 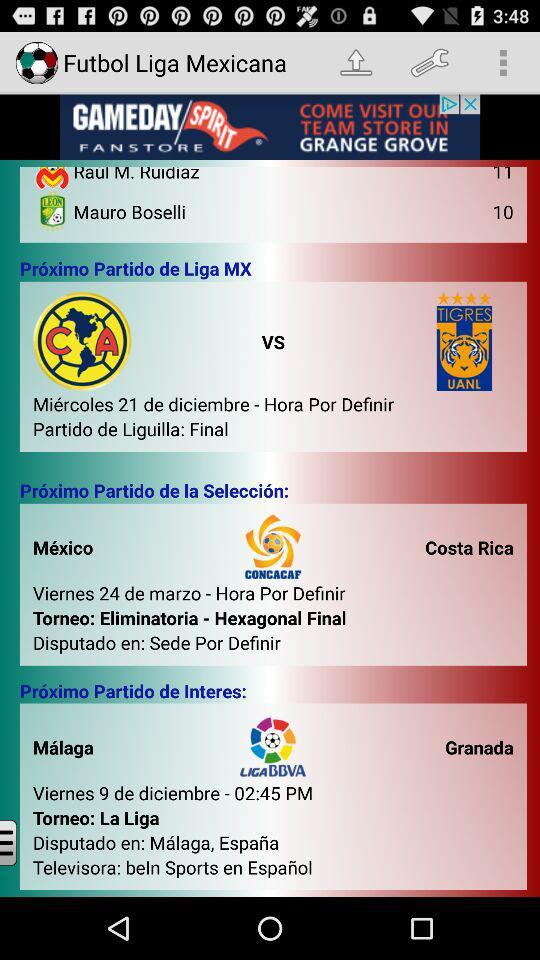 What do you see at coordinates (23, 841) in the screenshot?
I see `gives page options` at bounding box center [23, 841].